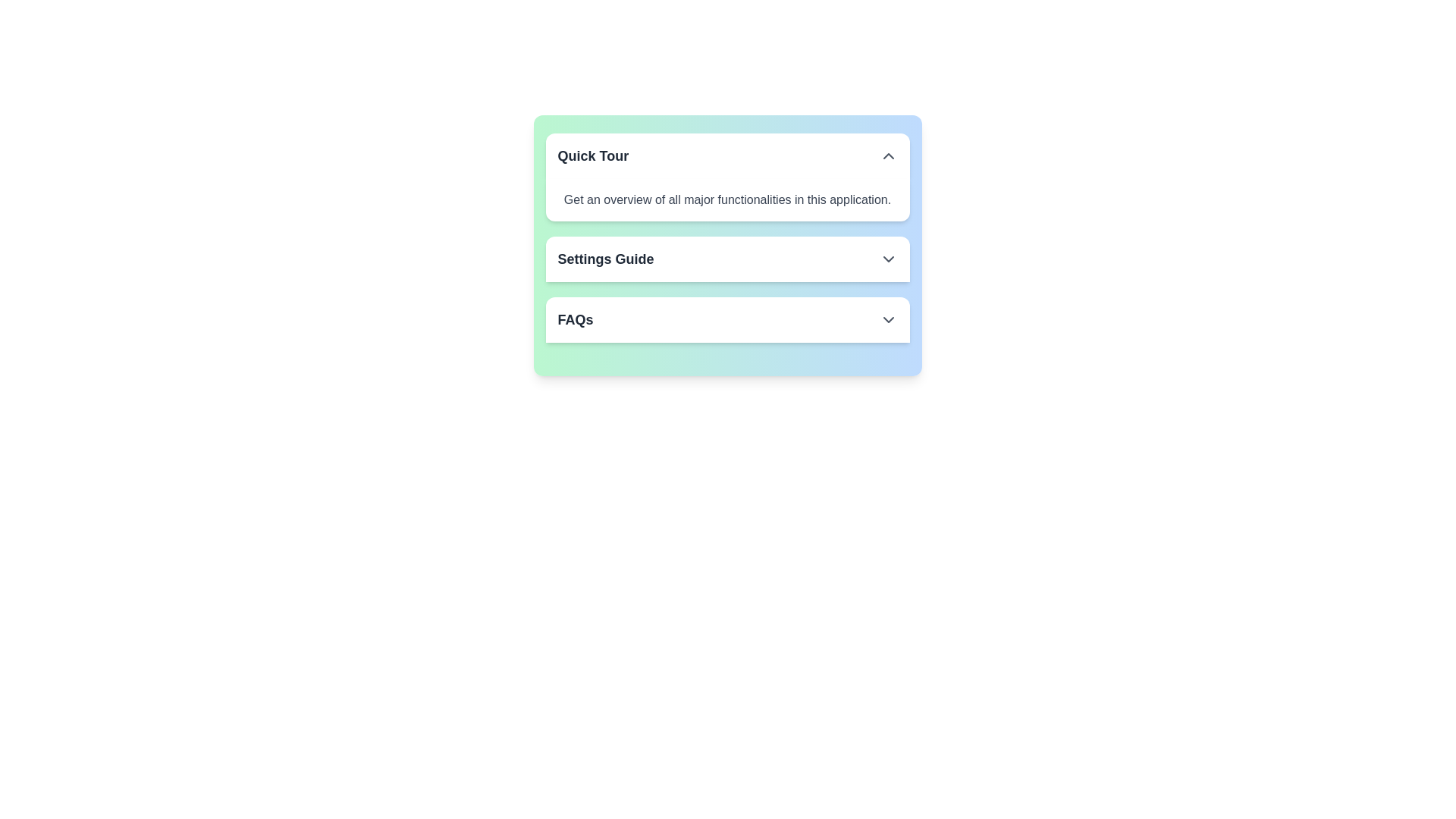 This screenshot has width=1456, height=819. What do you see at coordinates (726, 318) in the screenshot?
I see `the third interactive item labeled 'FAQs'` at bounding box center [726, 318].